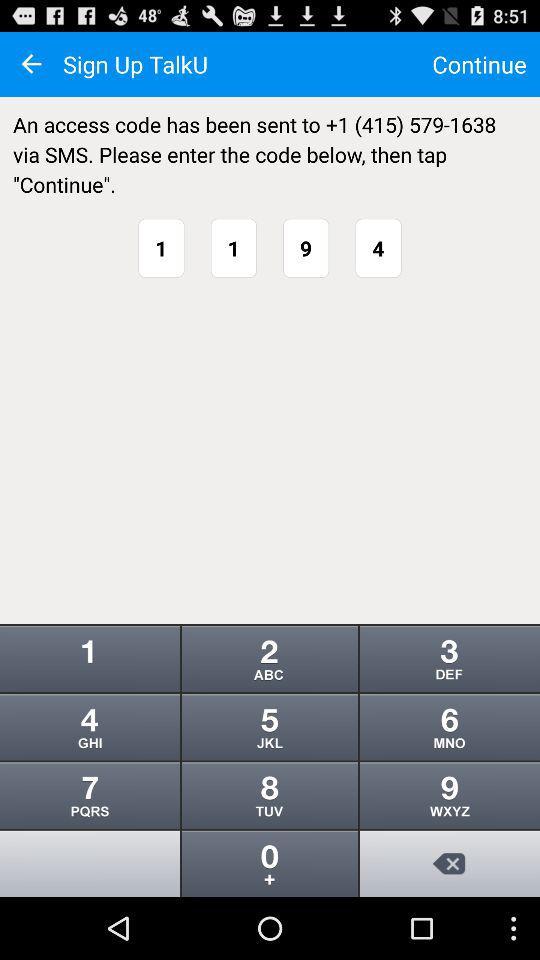  Describe the element at coordinates (270, 705) in the screenshot. I see `the more icon` at that location.